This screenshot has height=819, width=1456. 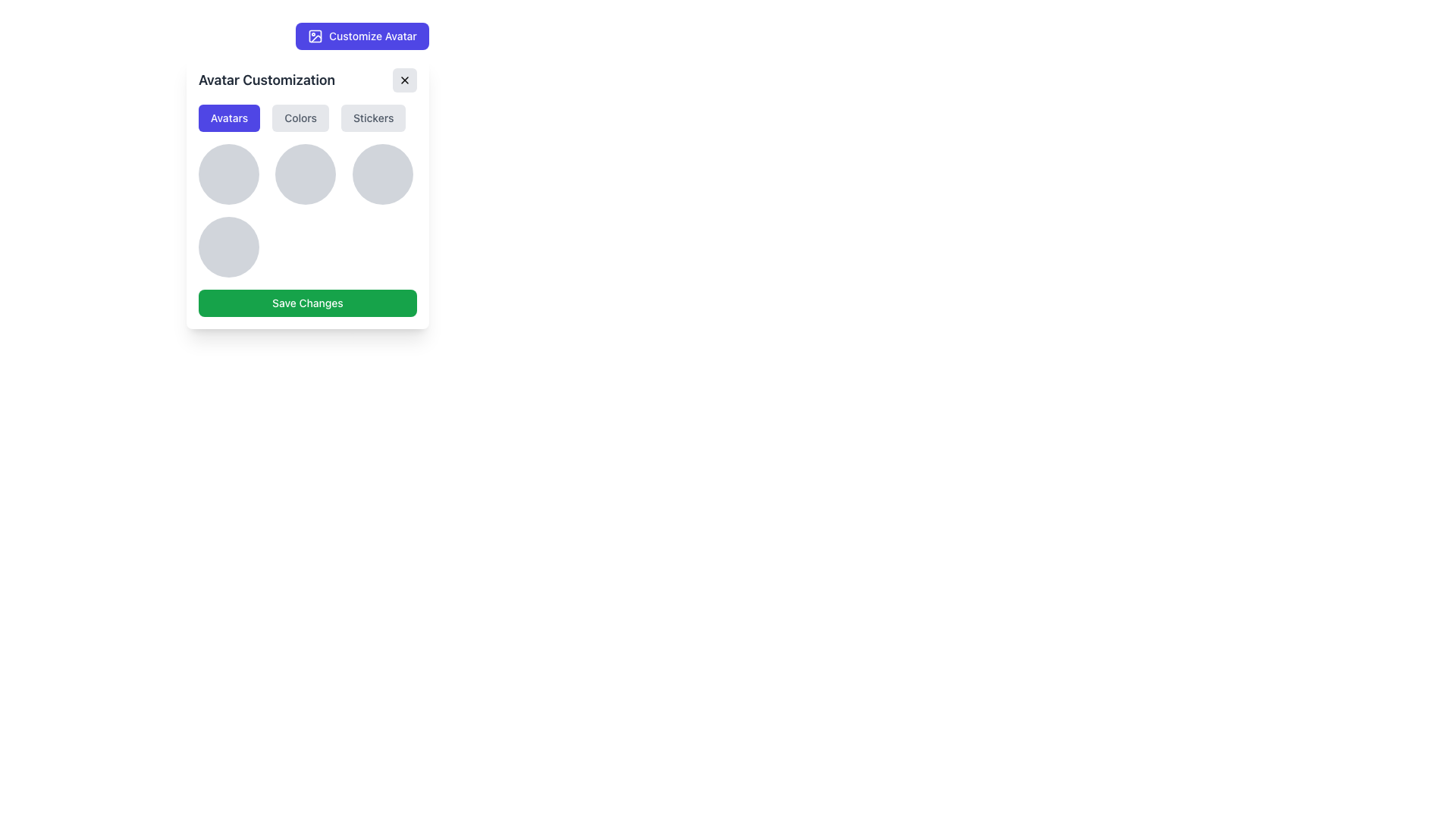 What do you see at coordinates (227, 246) in the screenshot?
I see `the Circular UI placeholder representing an avatar customization option located in the fourth position of the 3x2 grid layout under the 'Avatar Customization' section` at bounding box center [227, 246].